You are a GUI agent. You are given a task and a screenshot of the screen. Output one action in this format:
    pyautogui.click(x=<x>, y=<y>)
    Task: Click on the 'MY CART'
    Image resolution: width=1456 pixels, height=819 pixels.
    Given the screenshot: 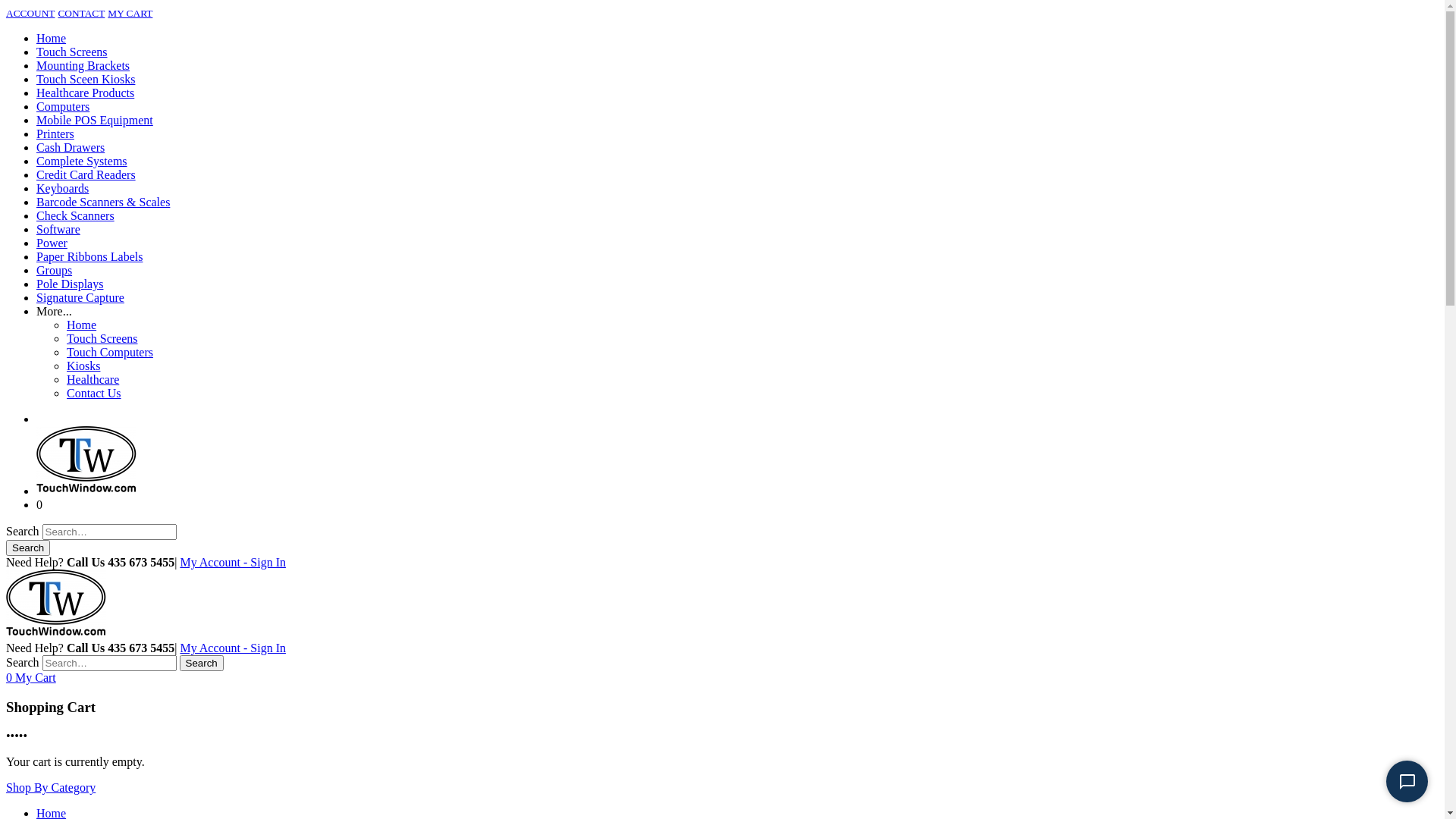 What is the action you would take?
    pyautogui.click(x=130, y=12)
    